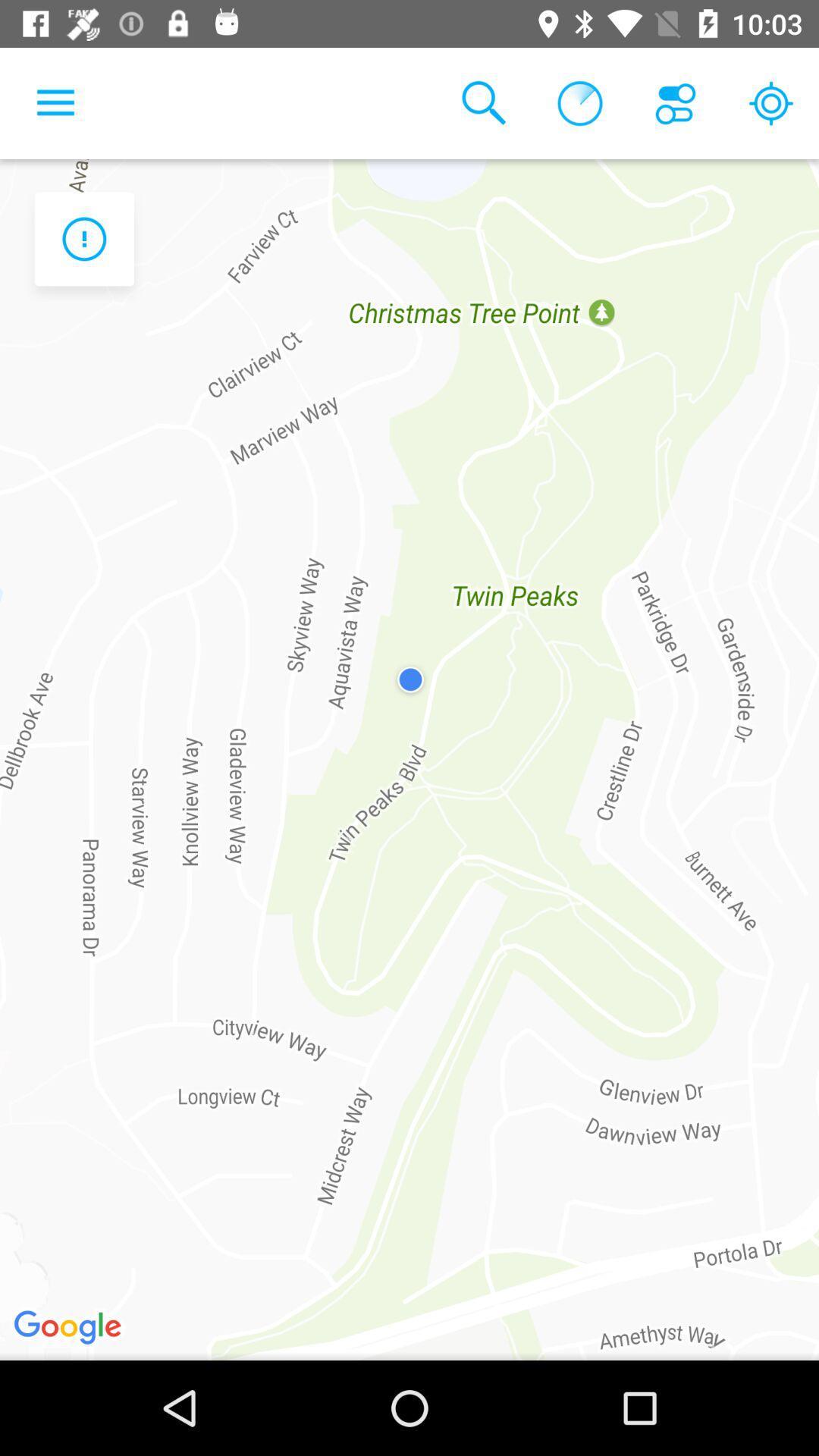 Image resolution: width=819 pixels, height=1456 pixels. I want to click on the warning icon, so click(84, 238).